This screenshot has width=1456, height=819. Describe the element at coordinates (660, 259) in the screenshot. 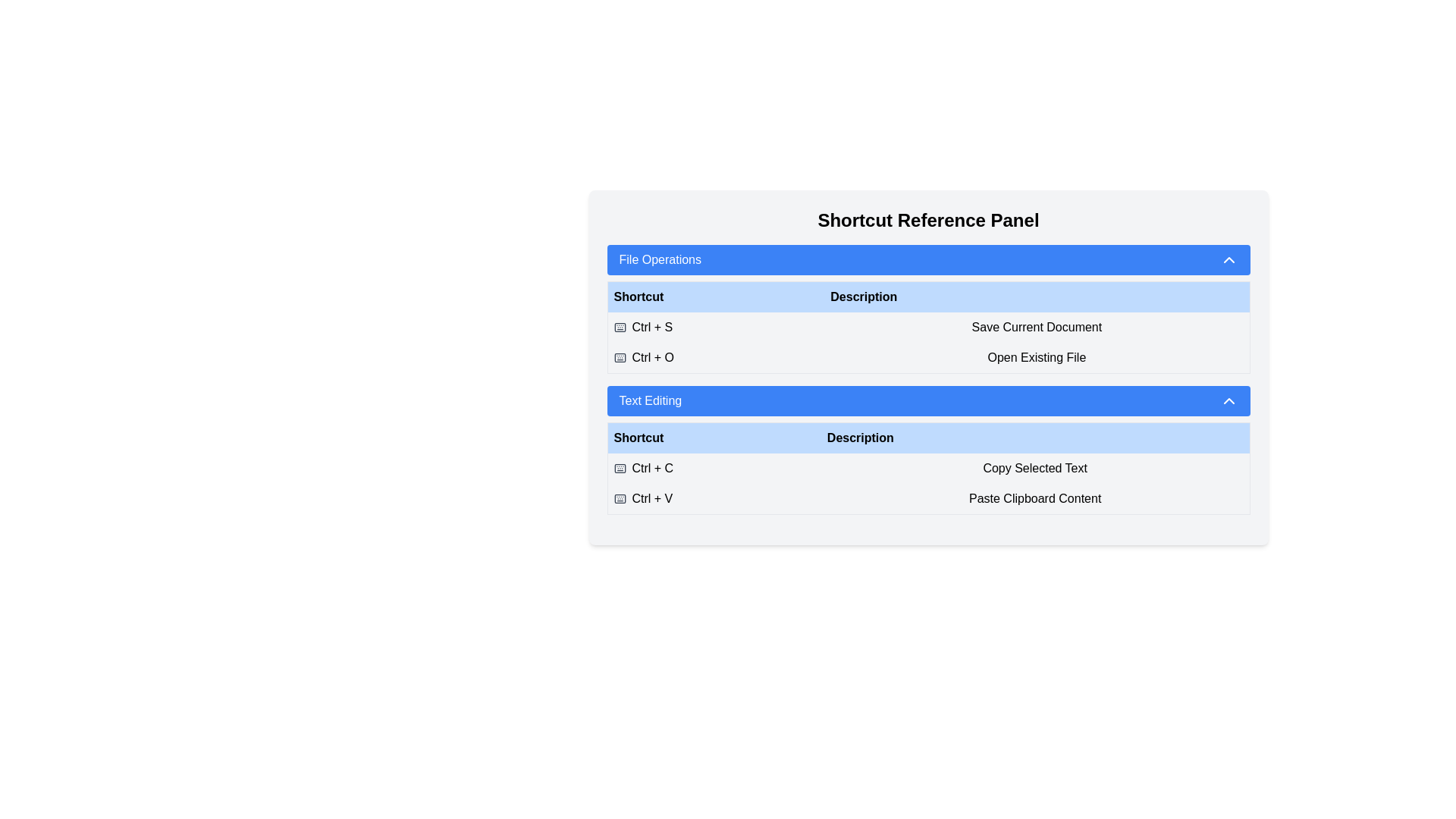

I see `the text label displaying 'File Operations' which is centered within a blue rectangular background in the Shortcut Reference Panel` at that location.